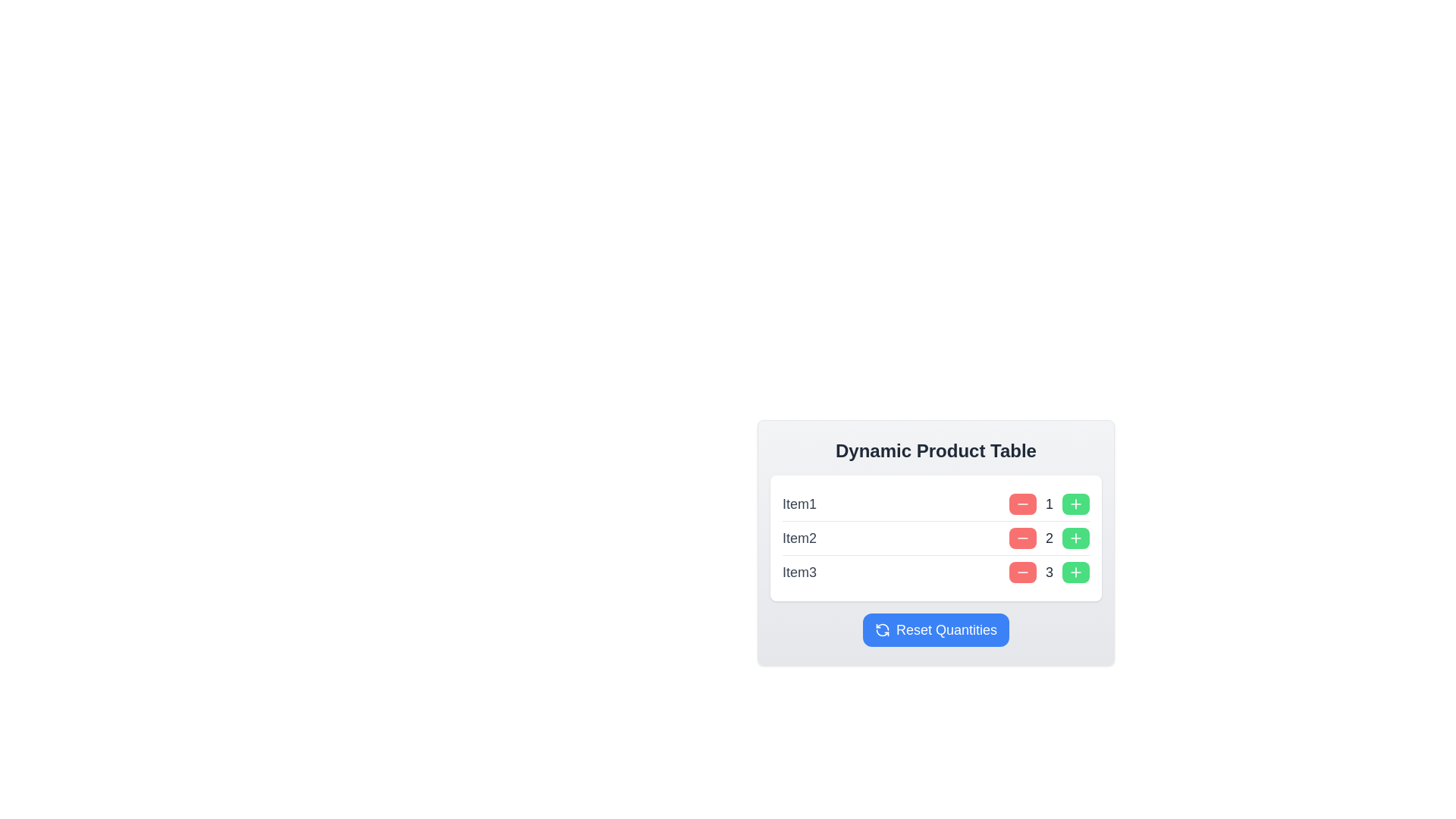 The image size is (1456, 819). Describe the element at coordinates (1075, 573) in the screenshot. I see `the increase count button located in the row for 'Item3' in the 'Dynamic Product Table', which is the third button in that row and positioned to the far right` at that location.